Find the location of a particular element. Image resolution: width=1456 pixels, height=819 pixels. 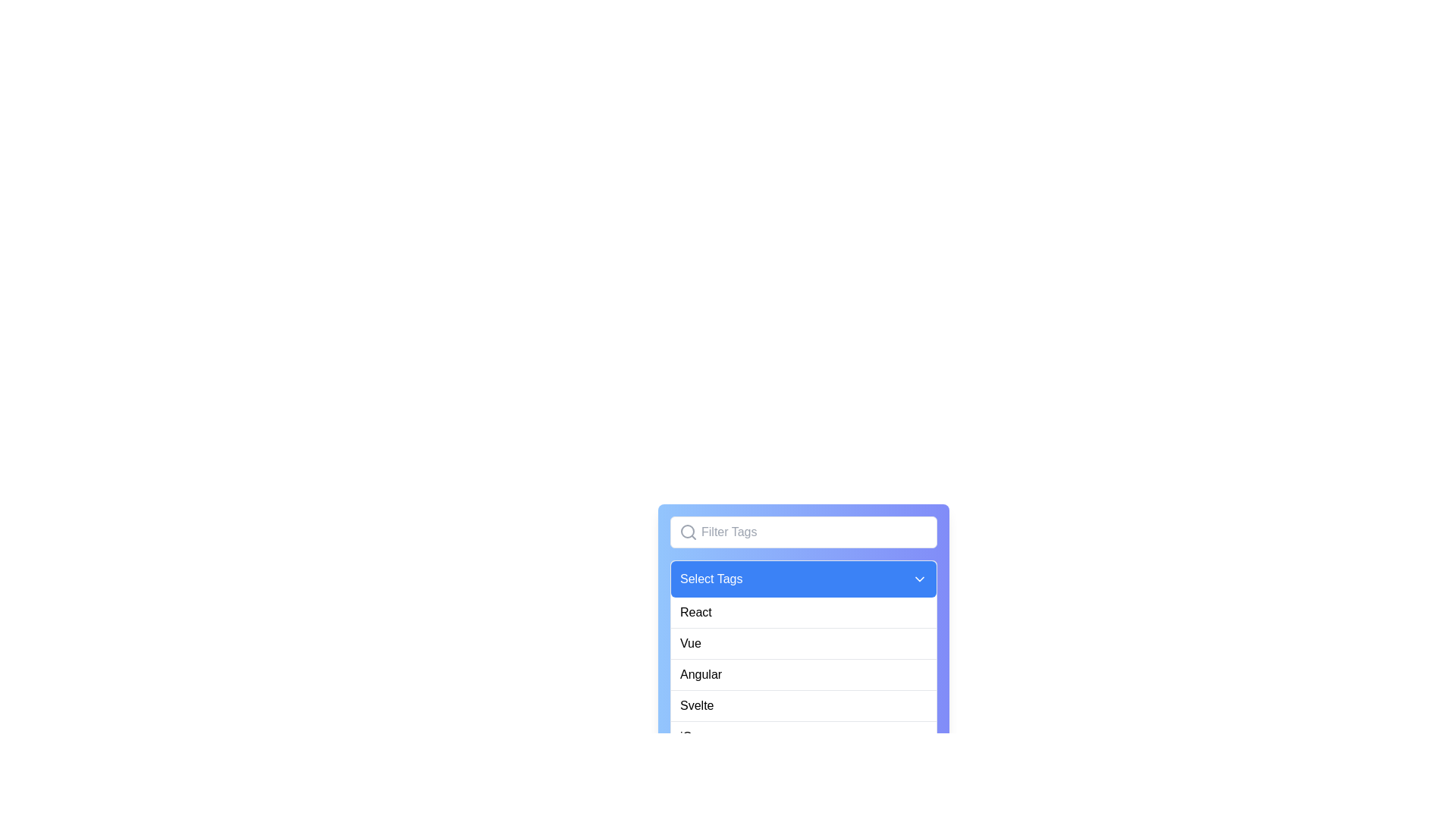

the 'Select Tags' dropdown button, which is a rectangular button with rounded corners and a blue background is located at coordinates (803, 579).